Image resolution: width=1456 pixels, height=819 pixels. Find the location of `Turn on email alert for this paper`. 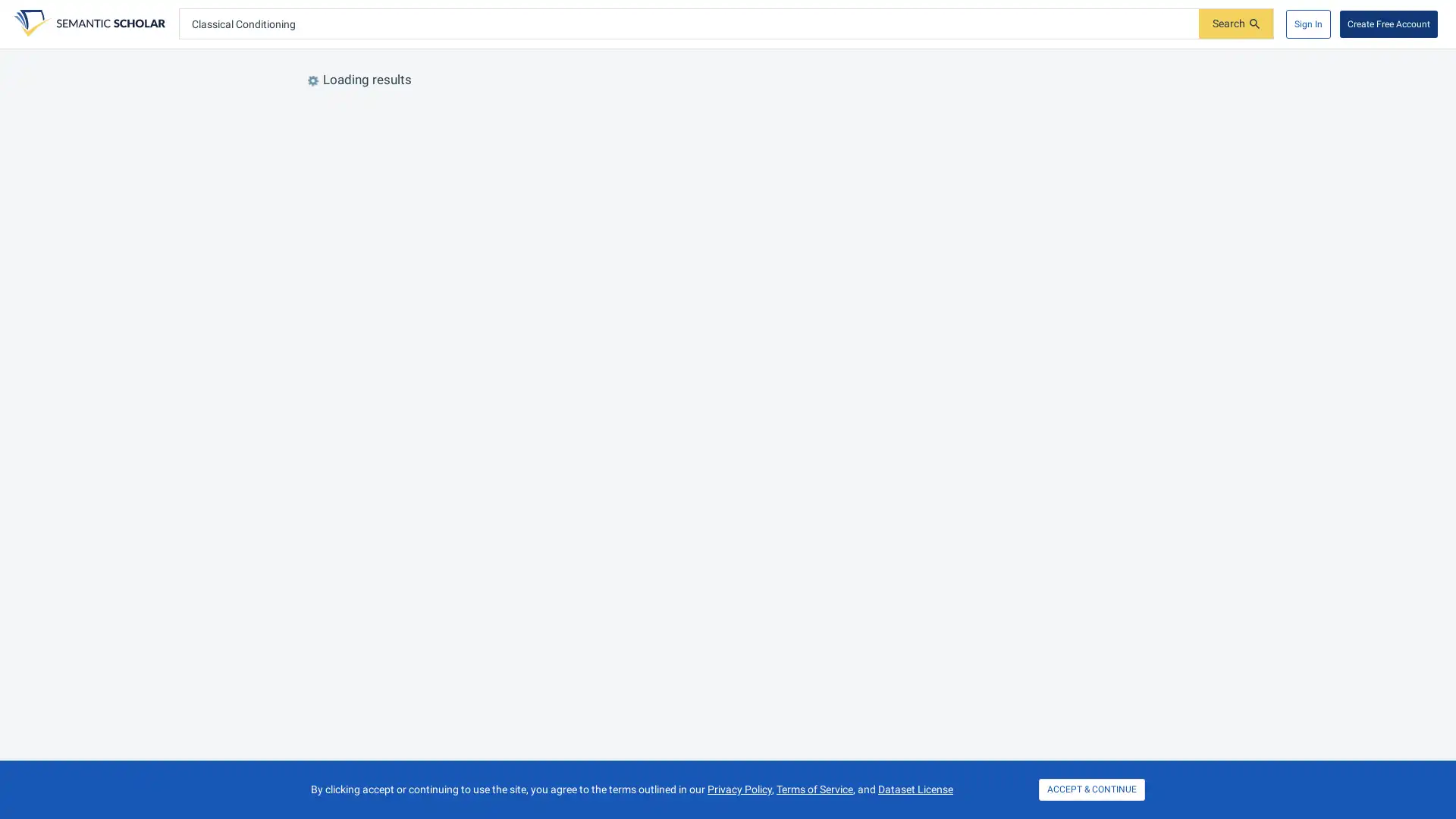

Turn on email alert for this paper is located at coordinates (457, 604).